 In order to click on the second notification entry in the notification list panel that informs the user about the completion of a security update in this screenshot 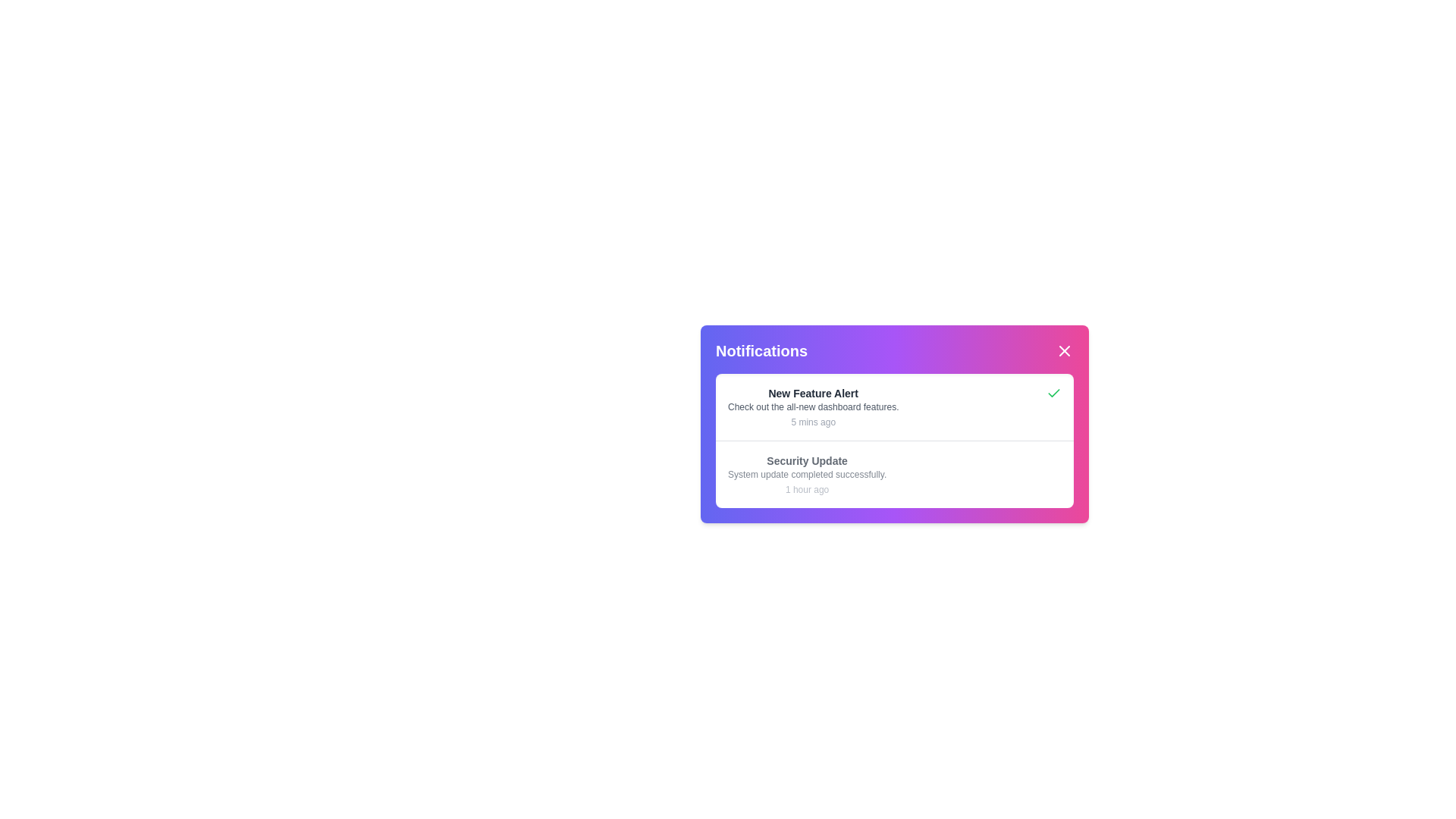, I will do `click(806, 473)`.